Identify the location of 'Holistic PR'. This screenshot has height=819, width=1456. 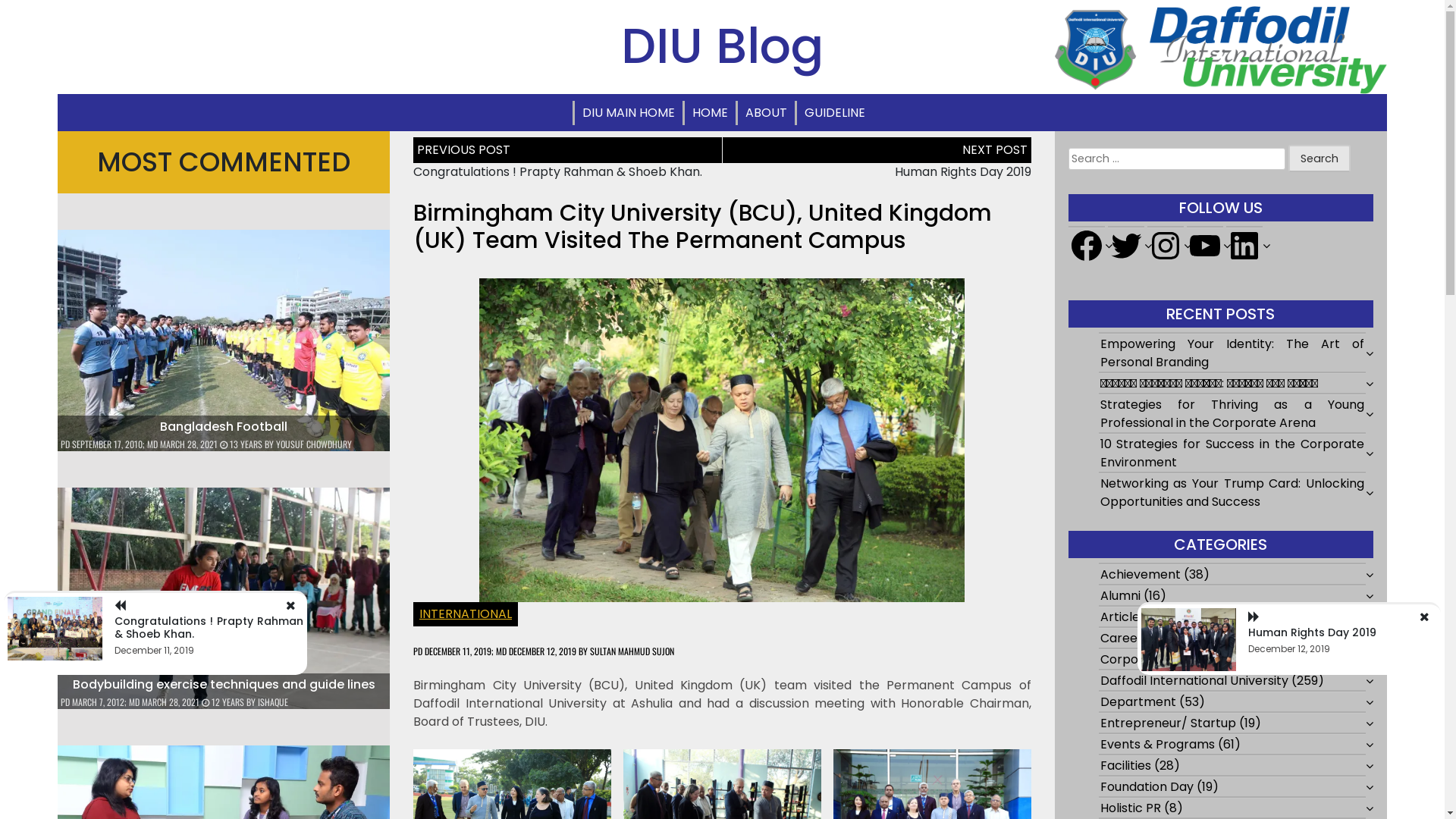
(1131, 807).